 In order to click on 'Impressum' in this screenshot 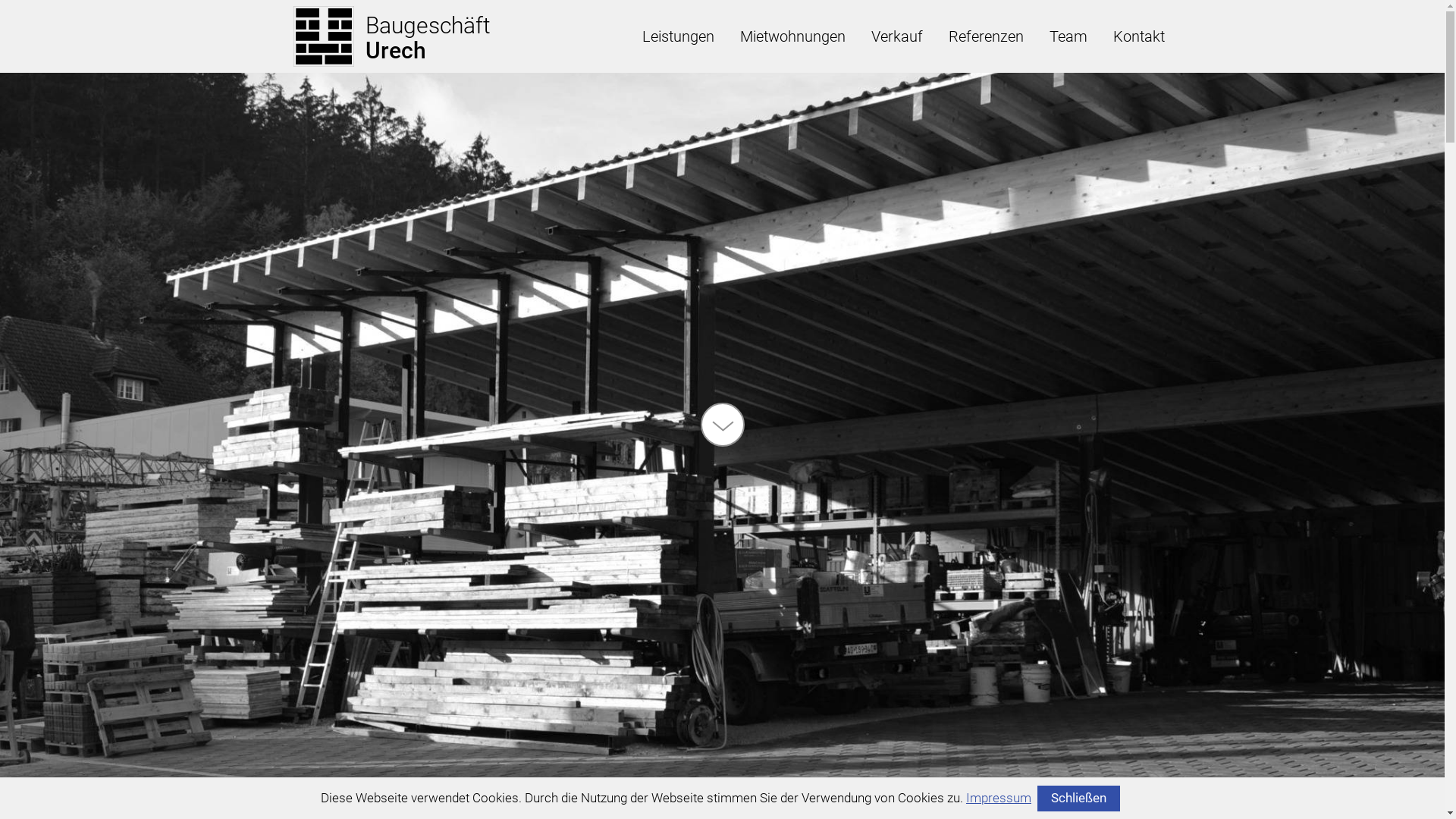, I will do `click(998, 797)`.